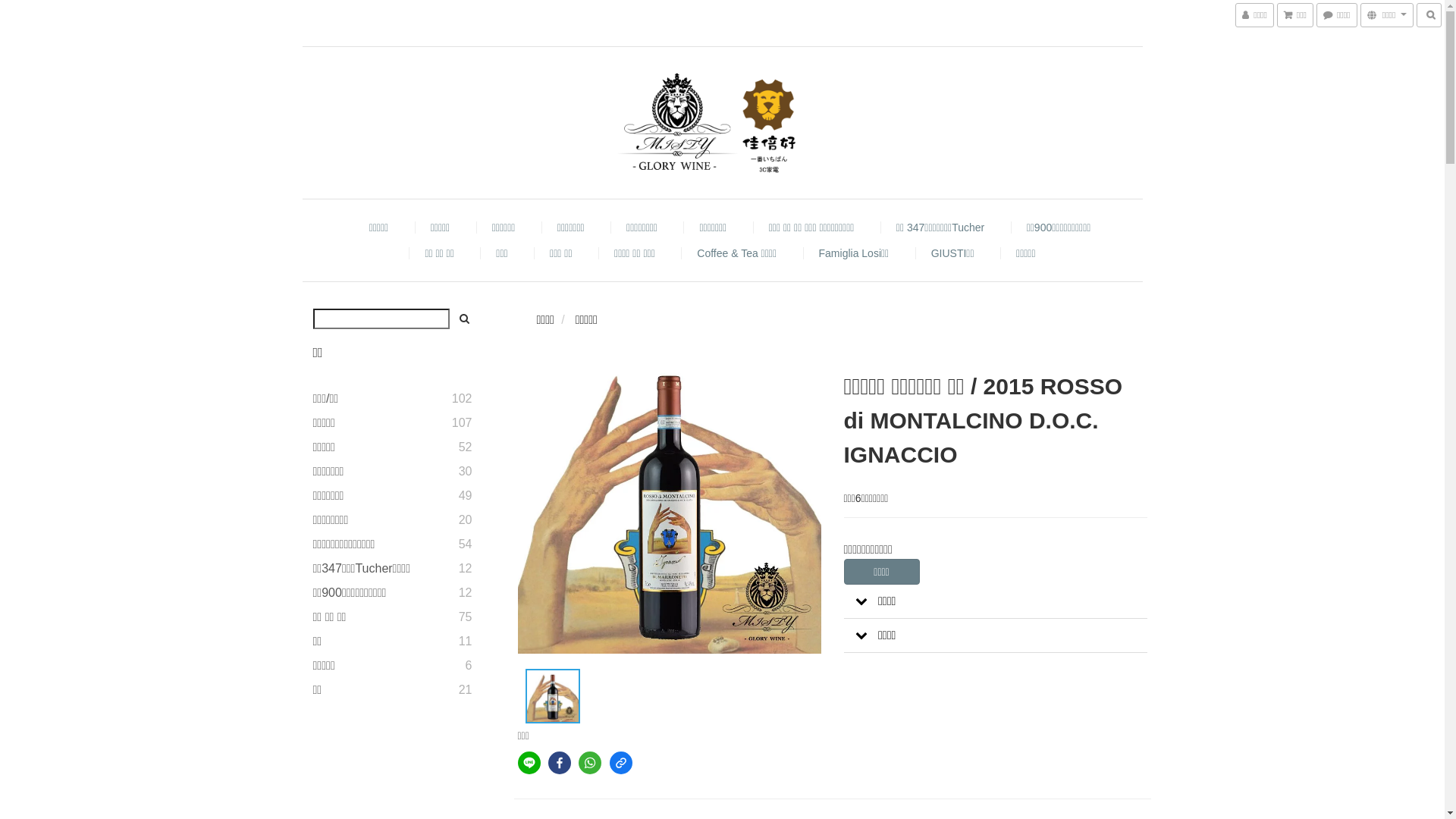 This screenshot has width=1456, height=819. What do you see at coordinates (578, 763) in the screenshot?
I see `'whatsapp'` at bounding box center [578, 763].